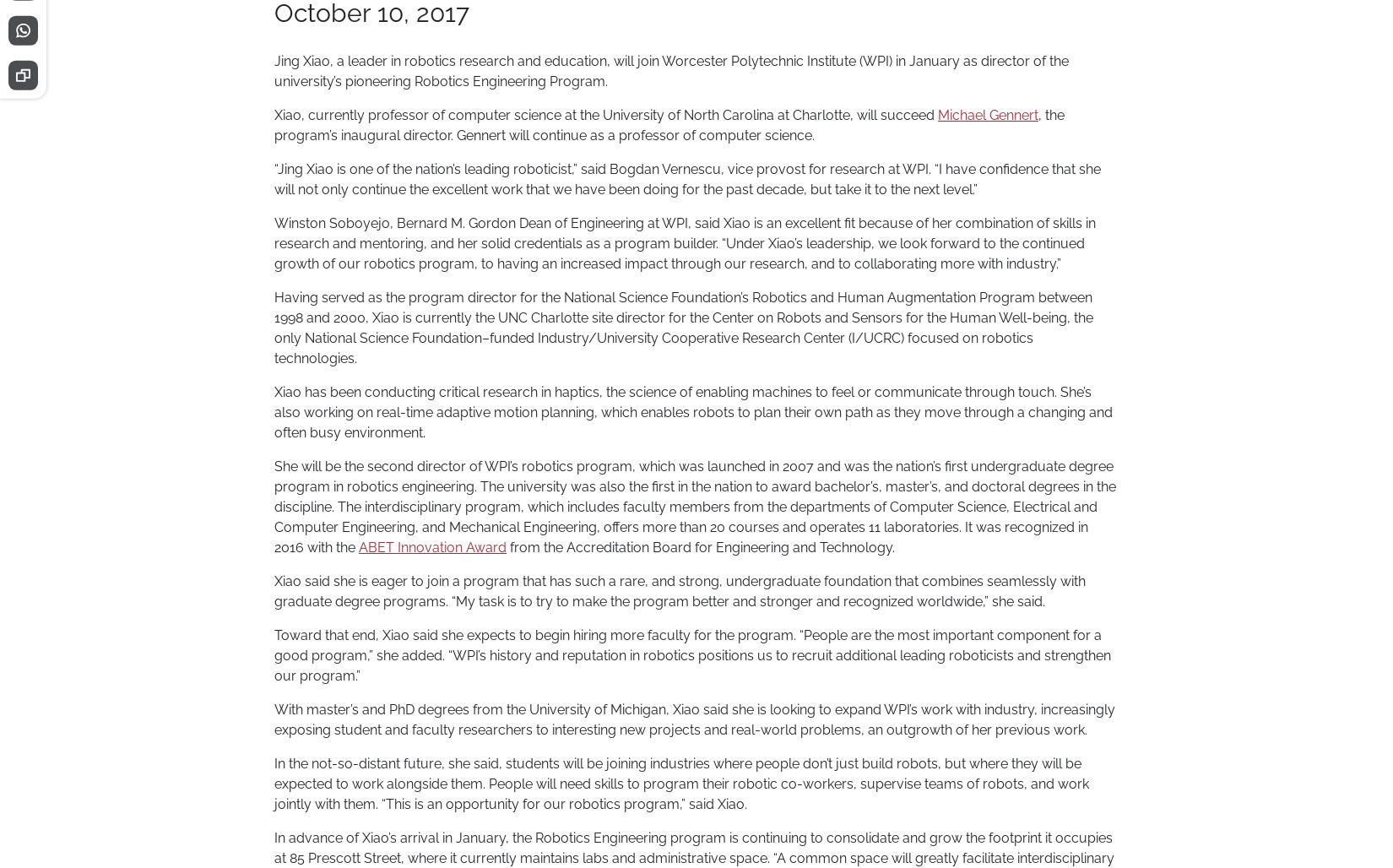 The height and width of the screenshot is (868, 1393). What do you see at coordinates (679, 591) in the screenshot?
I see `'Xiao said she is eager to join a program that has such a rare, and strong, undergraduate foundation that combines seamlessly with graduate degree programs. “My task is to try to make the program better and stronger and recognized worldwide,” she said.'` at bounding box center [679, 591].